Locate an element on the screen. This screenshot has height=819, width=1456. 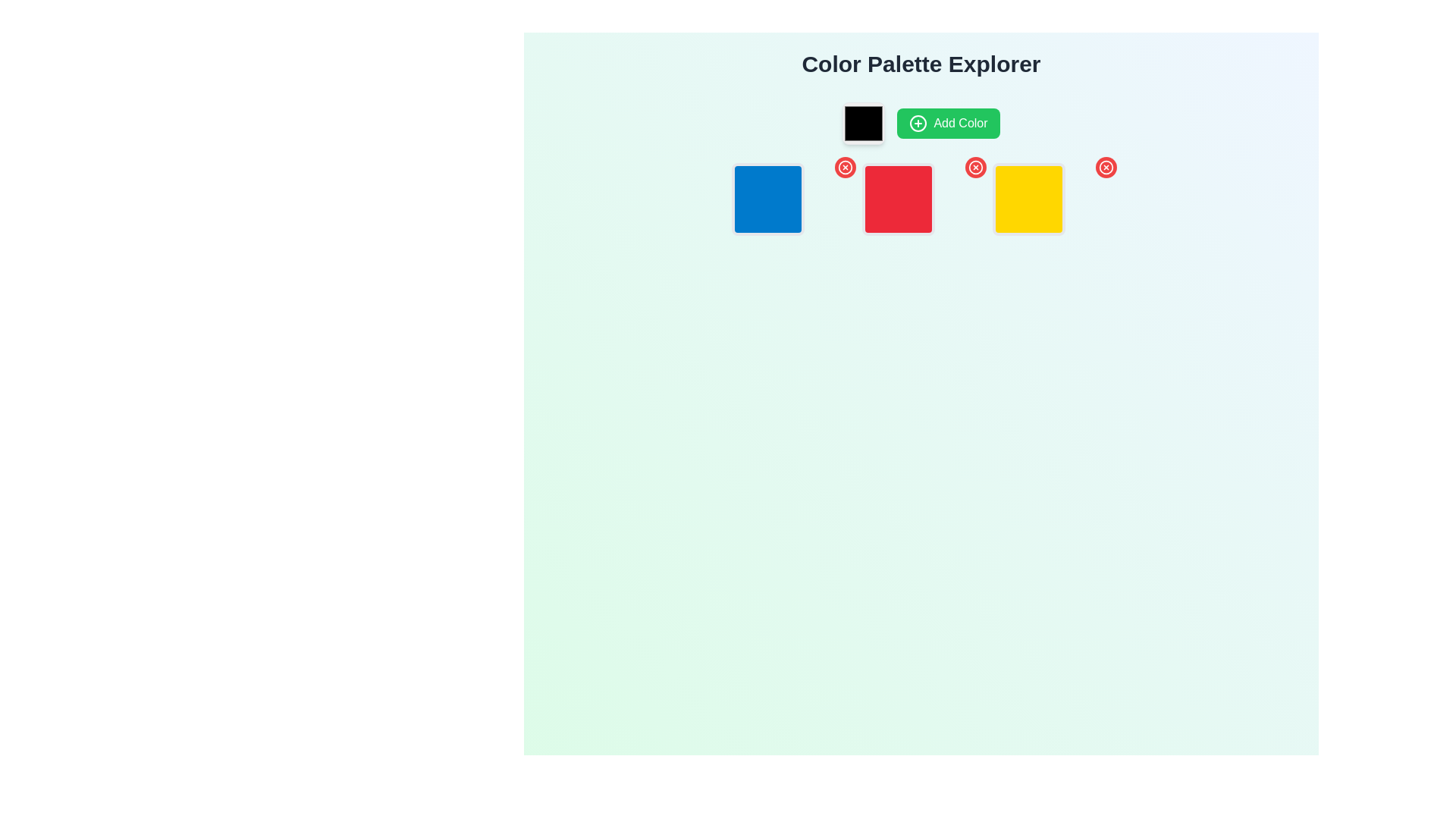
the delete button located at the top-right corner of the red square is located at coordinates (975, 167).